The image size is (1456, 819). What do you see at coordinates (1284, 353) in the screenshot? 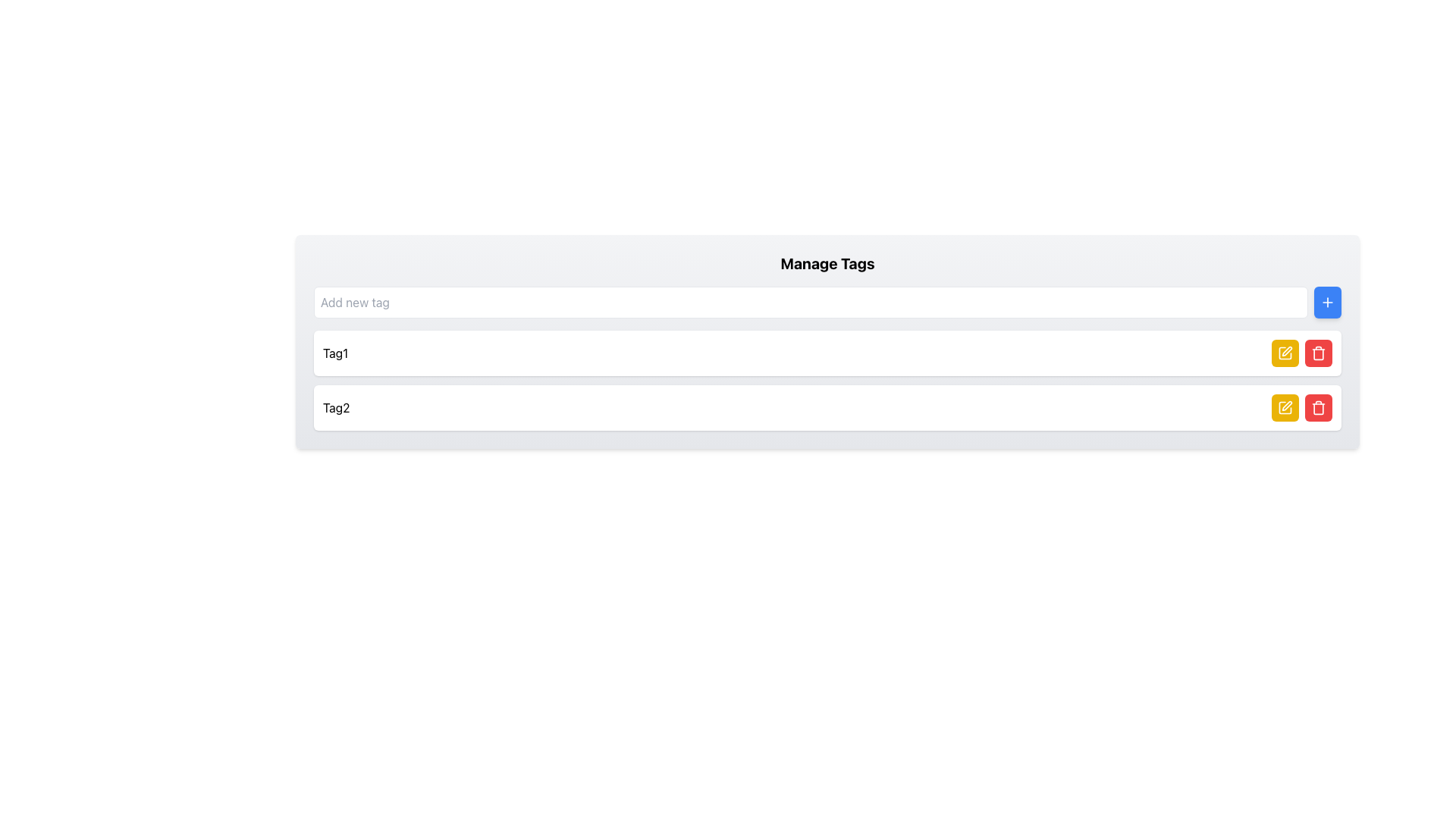
I see `the pen icon inside the yellow button located to the right of 'Tag2'` at bounding box center [1284, 353].